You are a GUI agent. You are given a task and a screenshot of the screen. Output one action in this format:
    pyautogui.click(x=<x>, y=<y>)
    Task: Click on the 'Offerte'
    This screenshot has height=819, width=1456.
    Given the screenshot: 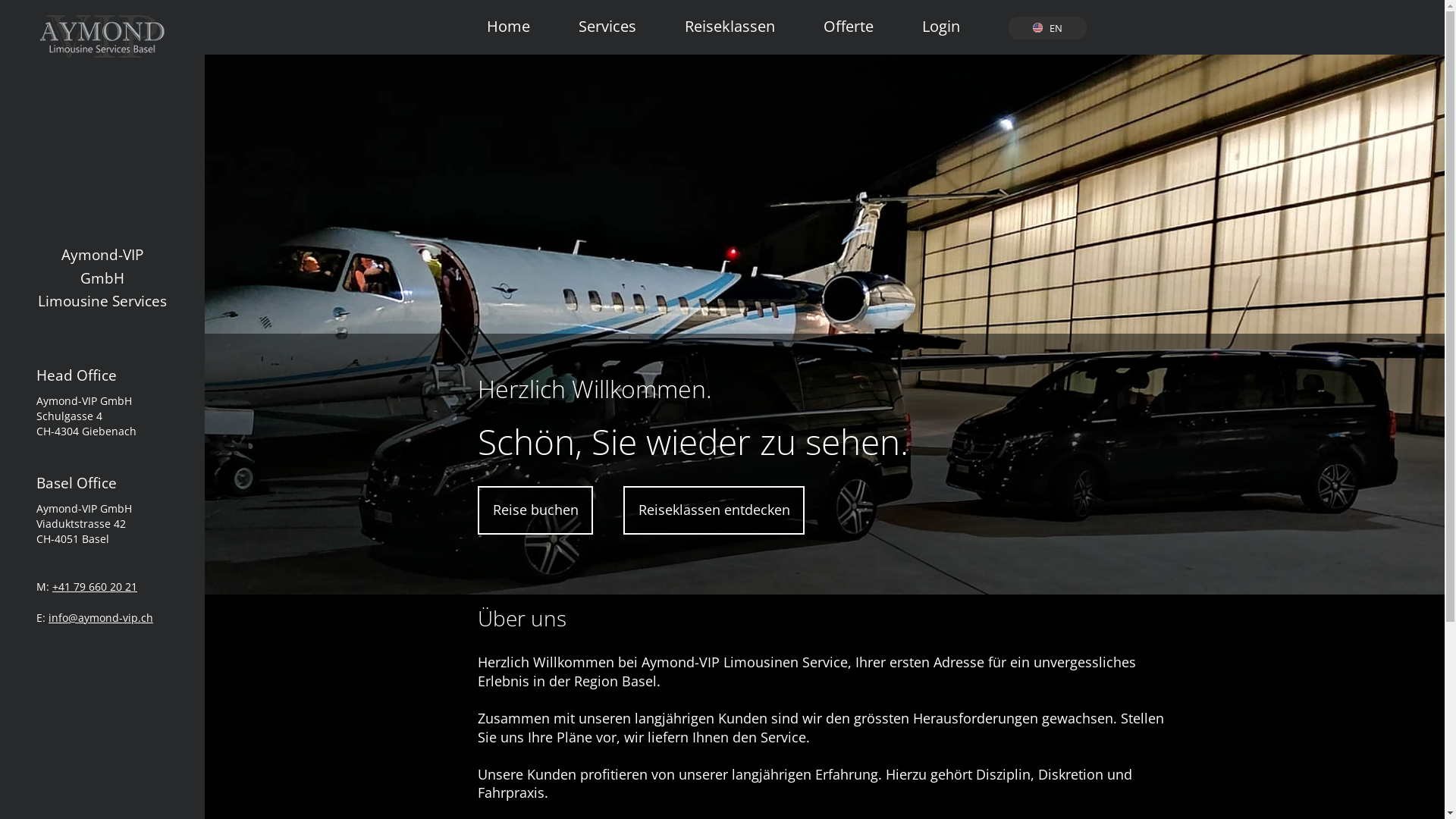 What is the action you would take?
    pyautogui.click(x=847, y=18)
    